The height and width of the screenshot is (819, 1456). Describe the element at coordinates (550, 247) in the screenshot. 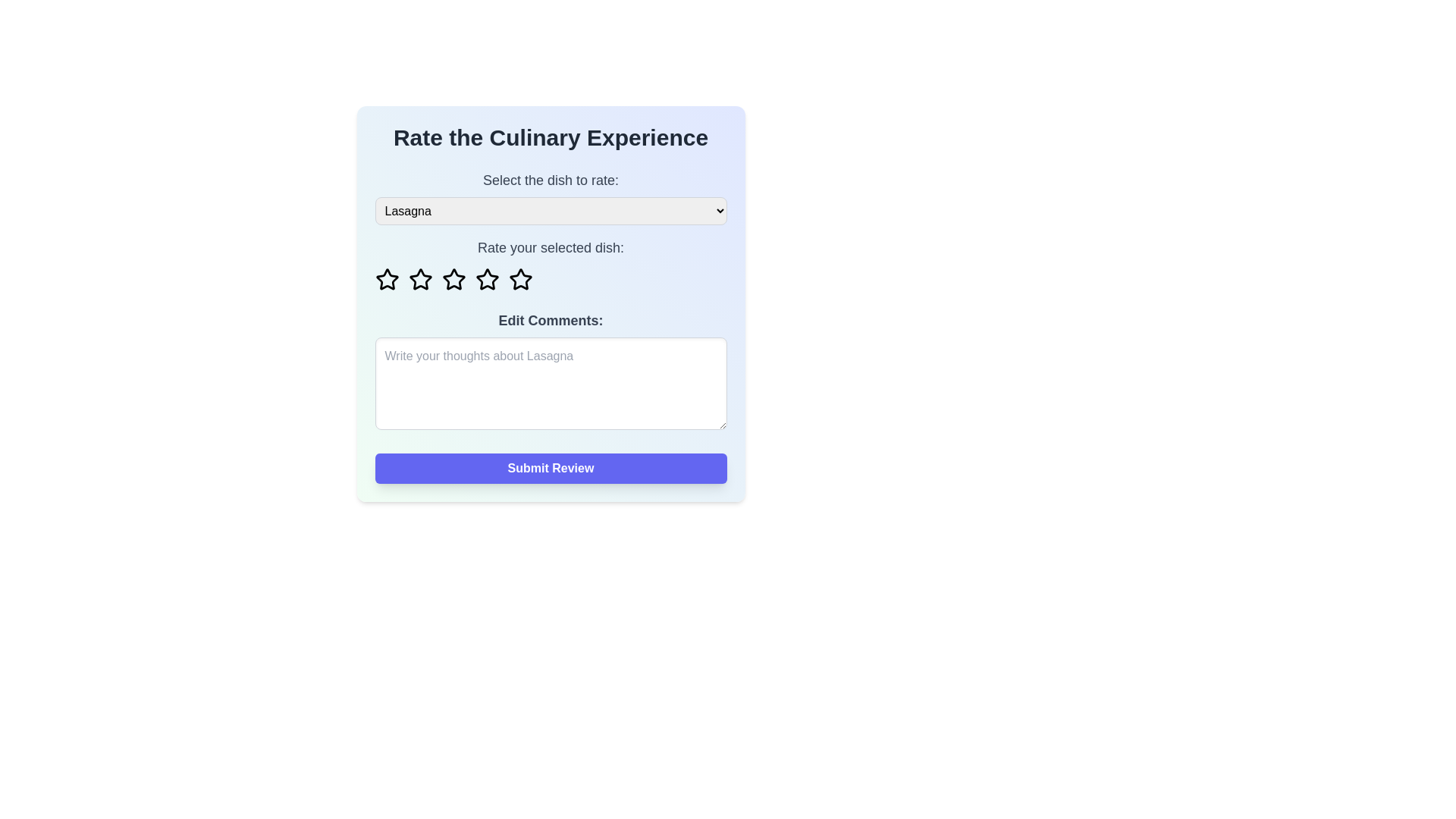

I see `the text label displaying 'Rate your selected dish:' which is styled in a large, legible gray font and is positioned above the rating star icons` at that location.